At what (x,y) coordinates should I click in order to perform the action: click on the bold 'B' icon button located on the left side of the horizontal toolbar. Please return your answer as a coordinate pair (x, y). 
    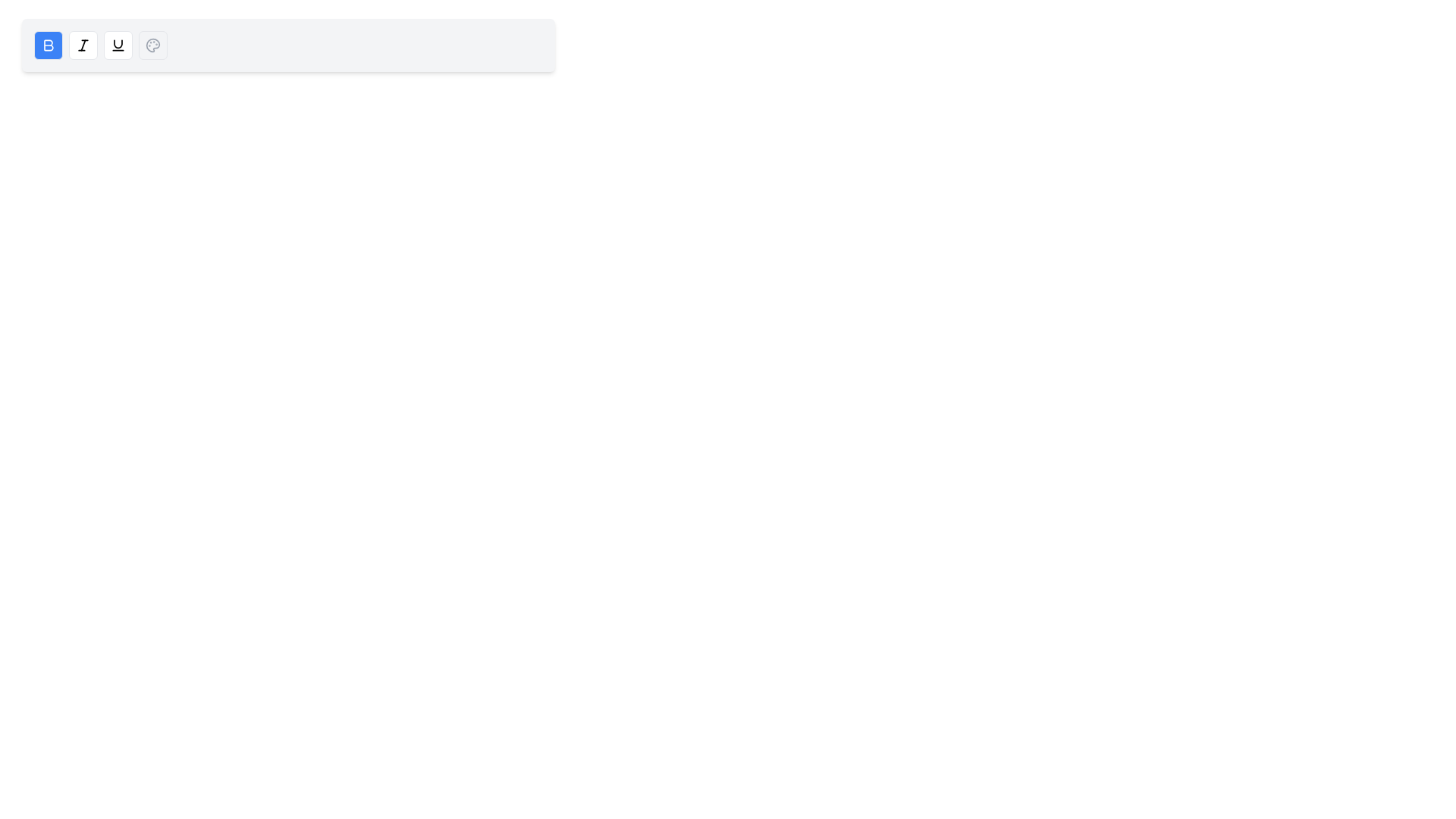
    Looking at the image, I should click on (48, 45).